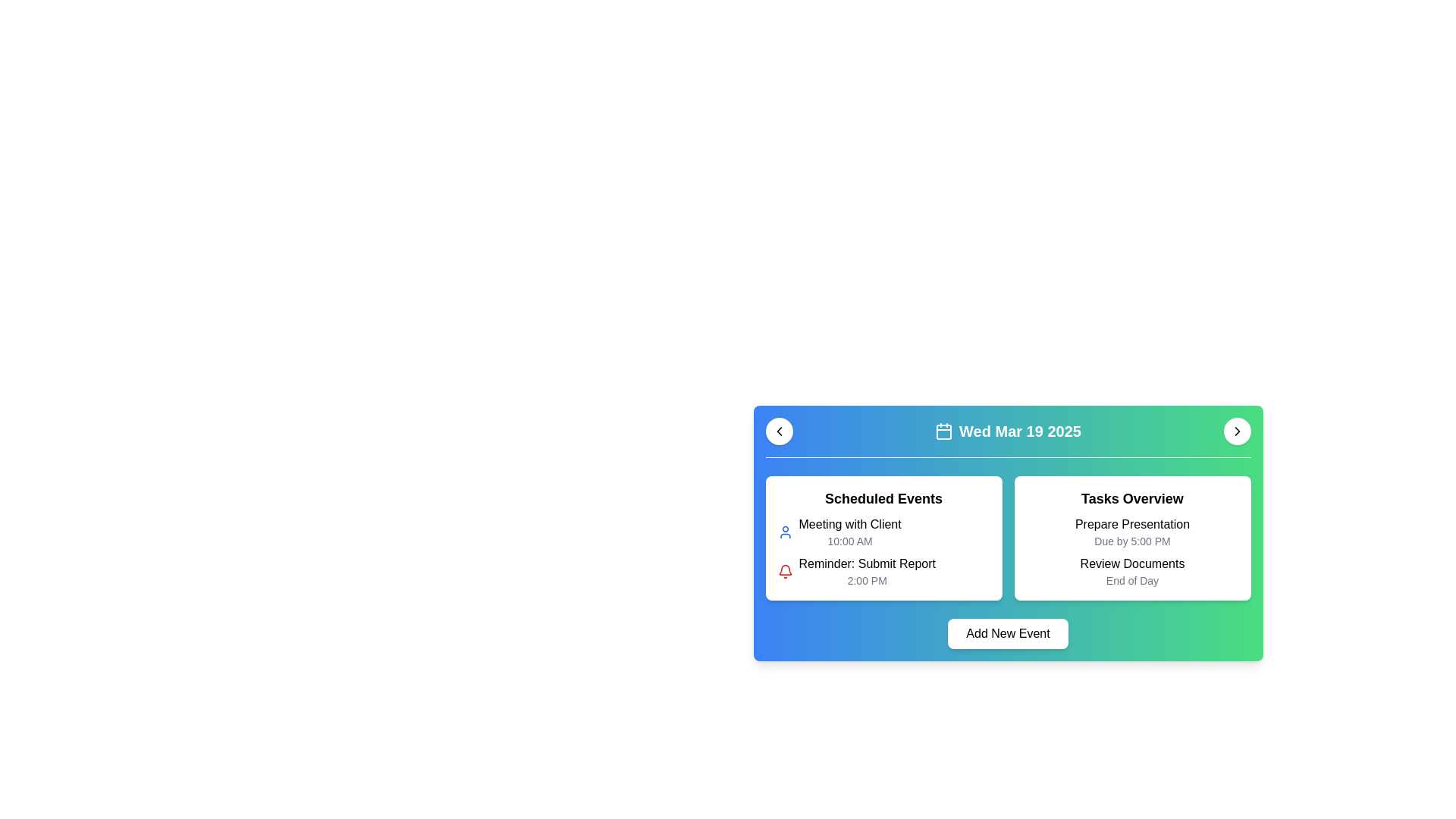 This screenshot has height=819, width=1456. What do you see at coordinates (1132, 564) in the screenshot?
I see `the Text Label that communicates the title of a task within the 'Tasks Overview' section, located in the lower-right card above the text 'End of Day'` at bounding box center [1132, 564].